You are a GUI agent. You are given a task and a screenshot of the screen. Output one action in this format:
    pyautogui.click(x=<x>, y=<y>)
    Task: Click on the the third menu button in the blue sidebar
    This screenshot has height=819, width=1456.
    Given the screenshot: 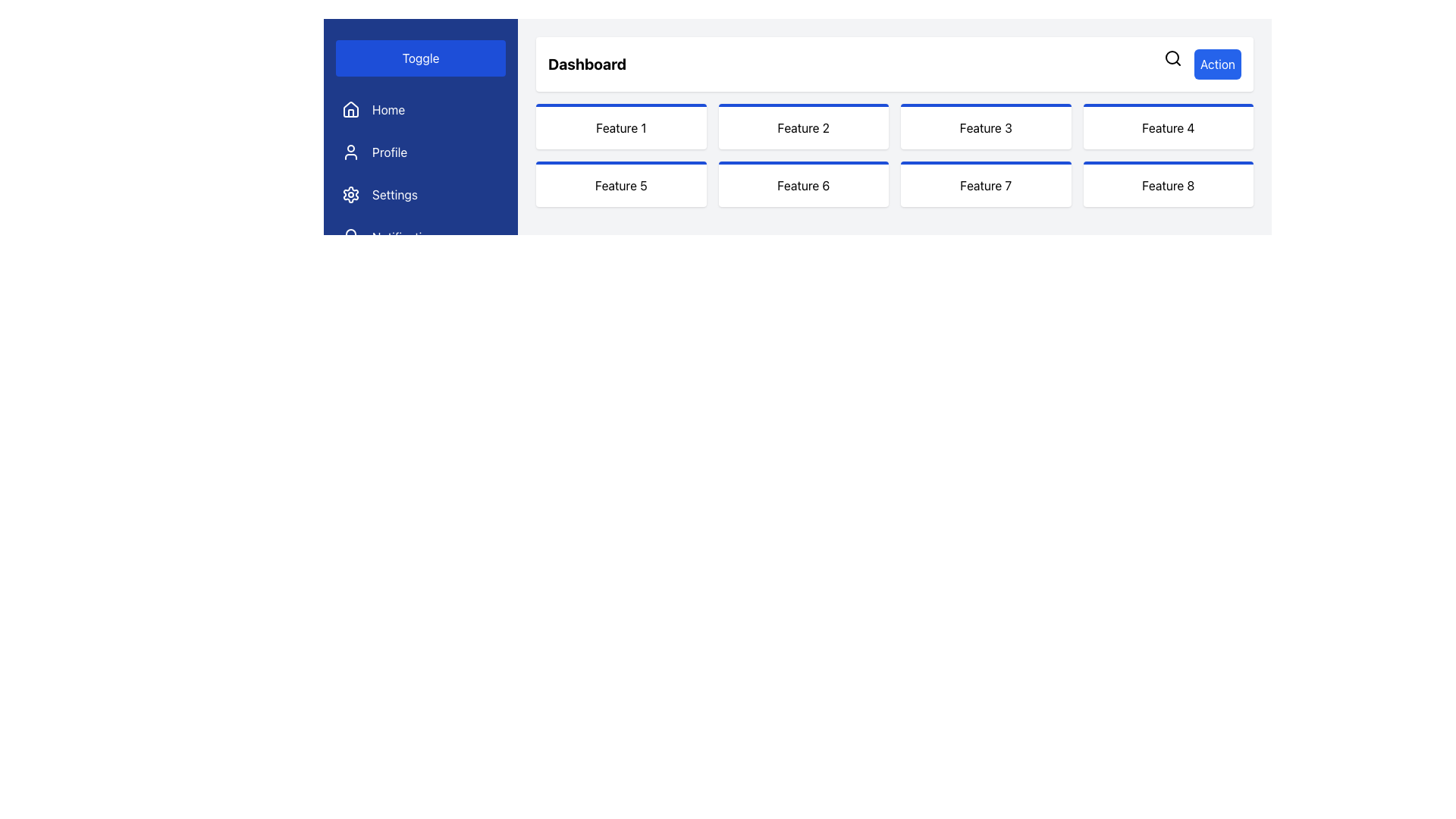 What is the action you would take?
    pyautogui.click(x=421, y=194)
    